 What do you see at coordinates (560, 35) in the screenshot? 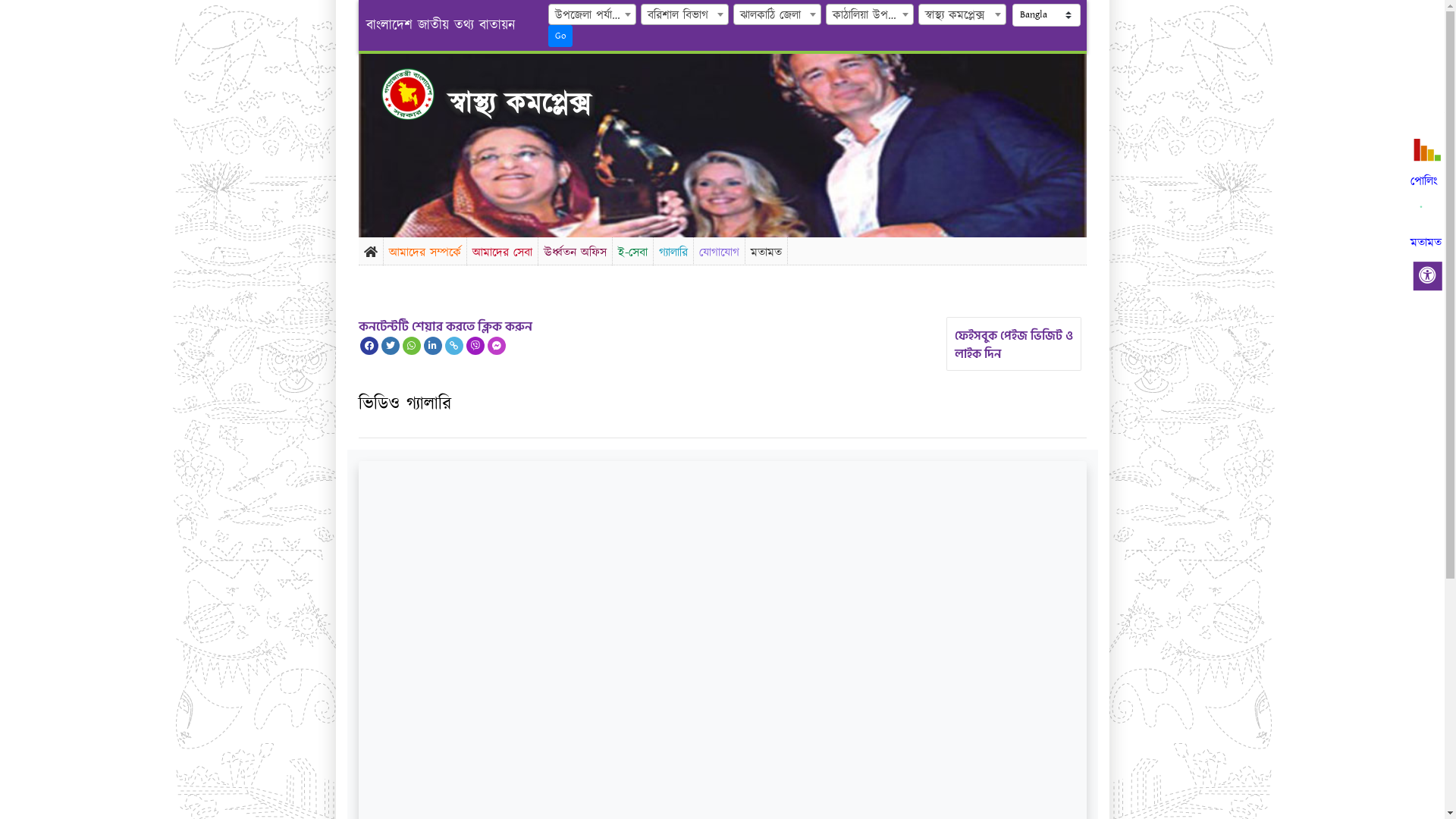
I see `'Go'` at bounding box center [560, 35].